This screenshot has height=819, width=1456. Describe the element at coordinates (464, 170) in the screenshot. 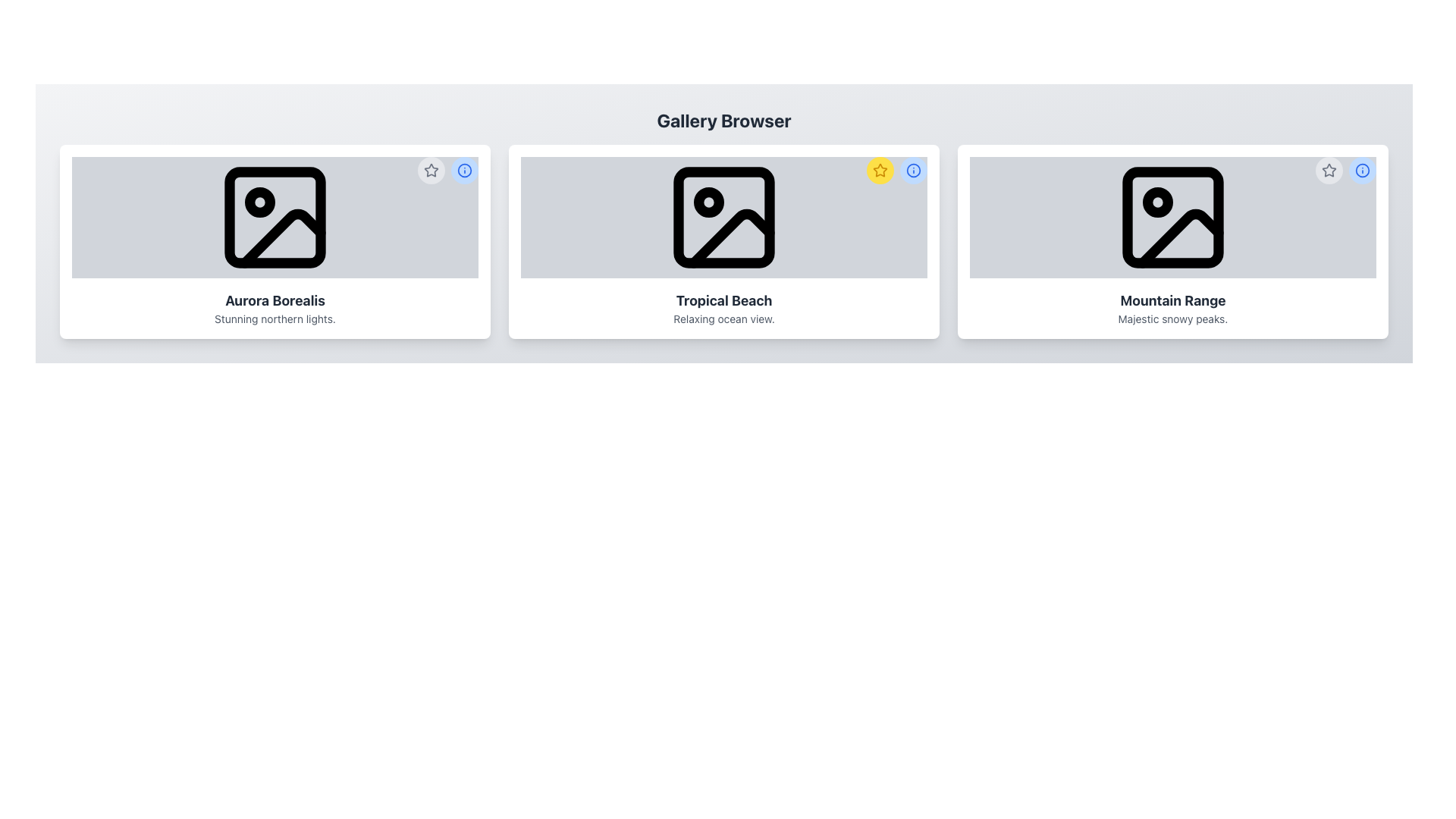

I see `the 'info' icon button located at the top-right corner of the 'Aurora Borealis' card` at that location.